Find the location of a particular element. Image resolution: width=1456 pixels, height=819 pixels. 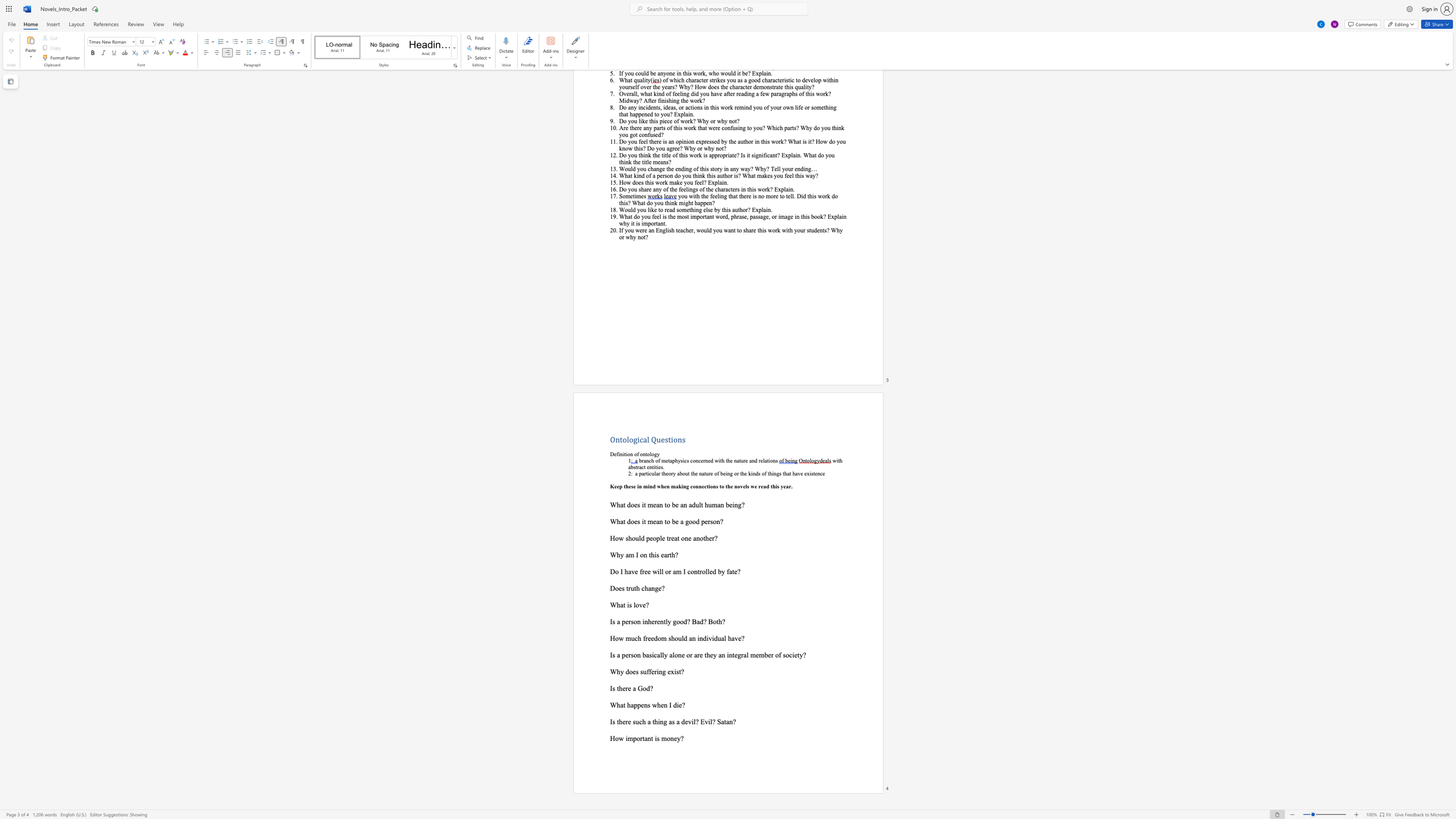

the subset text "y alon" within the text "basically alone" is located at coordinates (663, 655).